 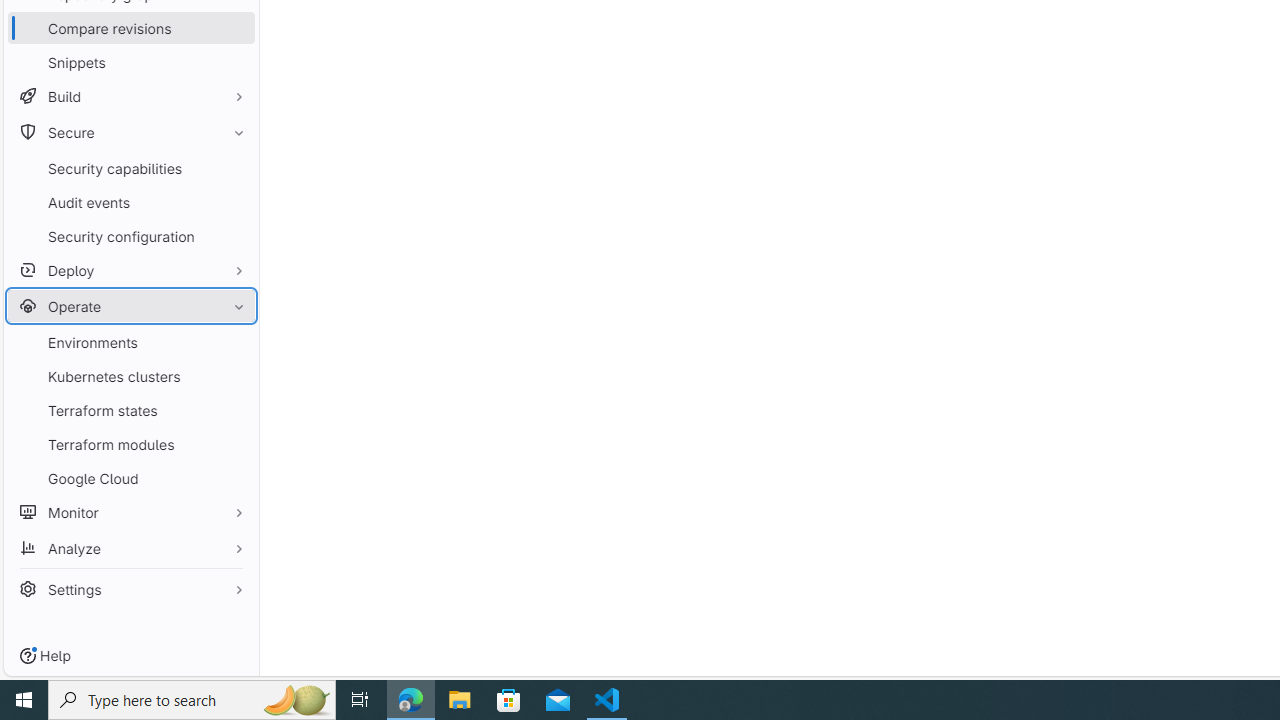 What do you see at coordinates (130, 132) in the screenshot?
I see `'Secure'` at bounding box center [130, 132].